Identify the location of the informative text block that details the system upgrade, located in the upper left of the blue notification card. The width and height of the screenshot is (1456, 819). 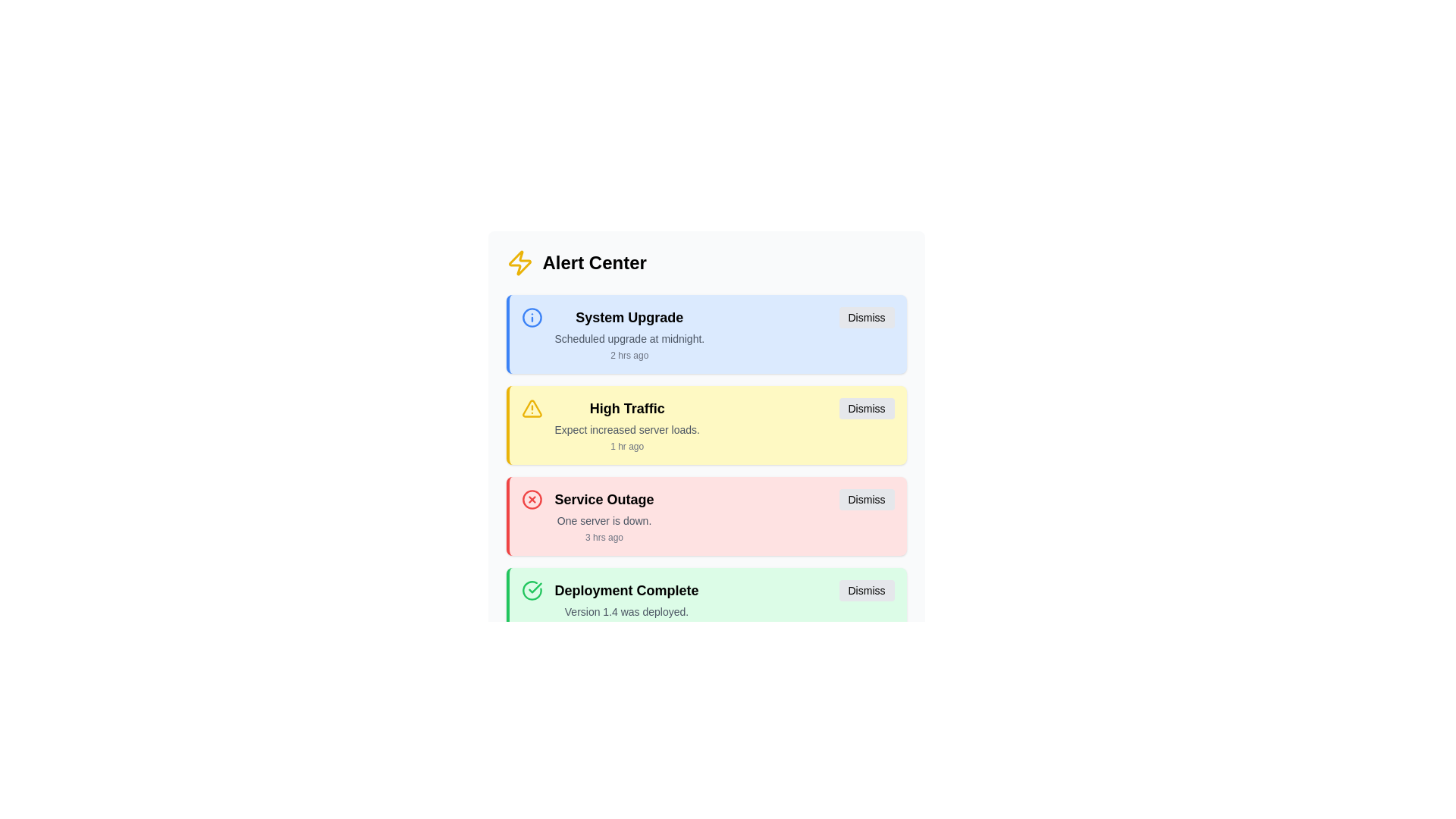
(629, 333).